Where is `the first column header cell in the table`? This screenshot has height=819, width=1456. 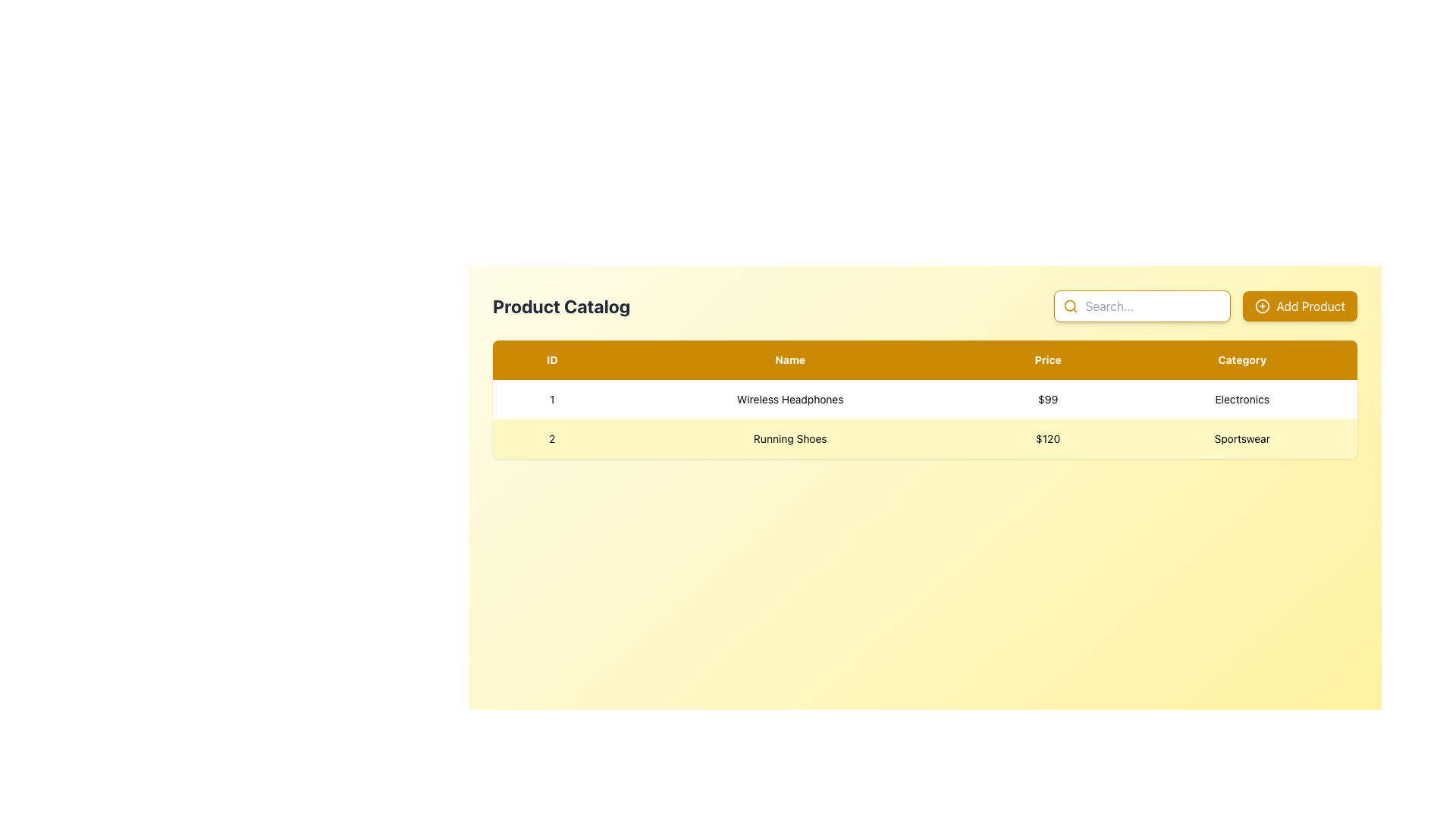
the first column header cell in the table is located at coordinates (551, 359).